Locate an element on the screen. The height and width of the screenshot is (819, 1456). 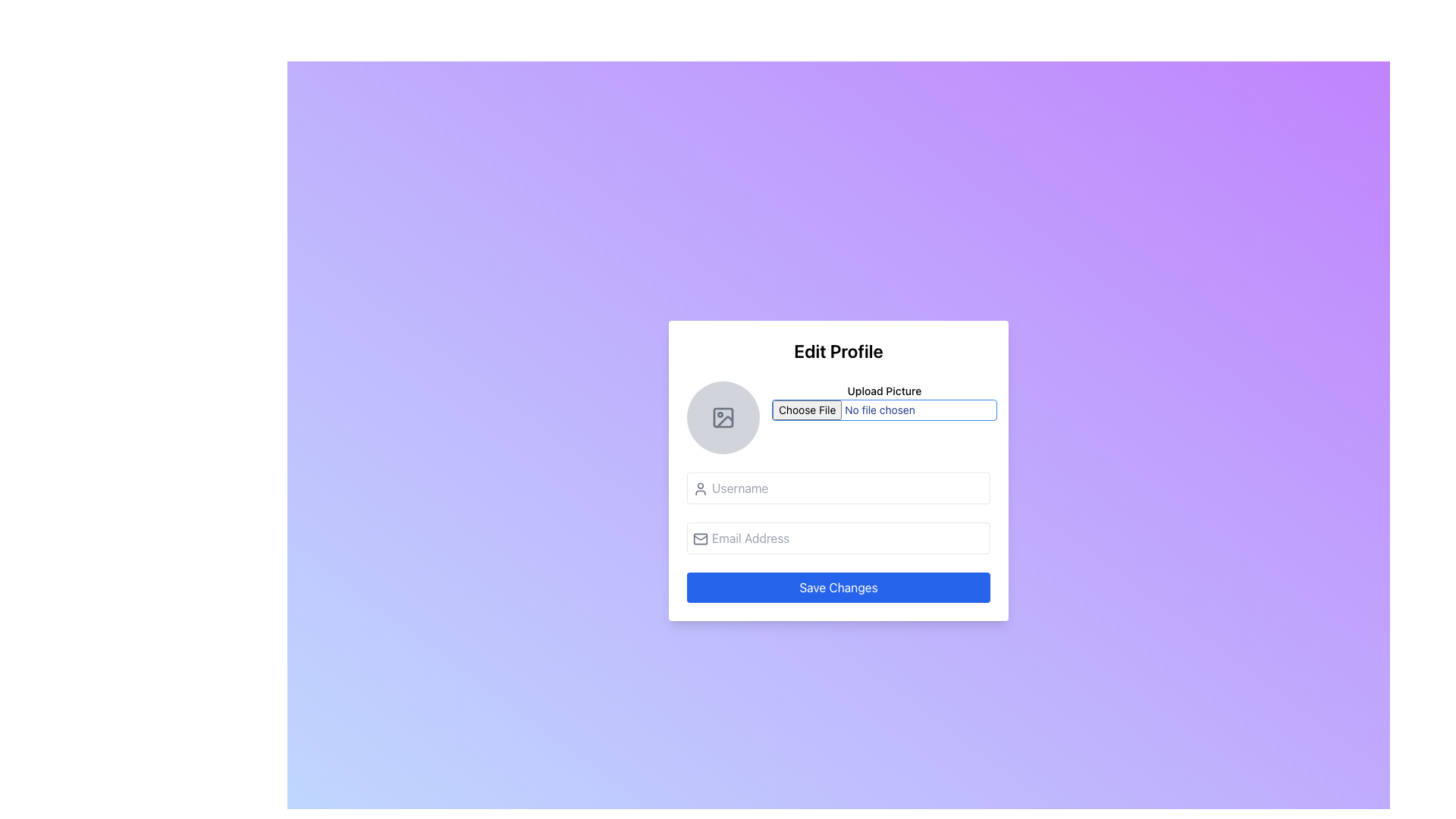
the email icon, which is a small gray envelope located to the left of the 'Email Address' text input field is located at coordinates (700, 538).